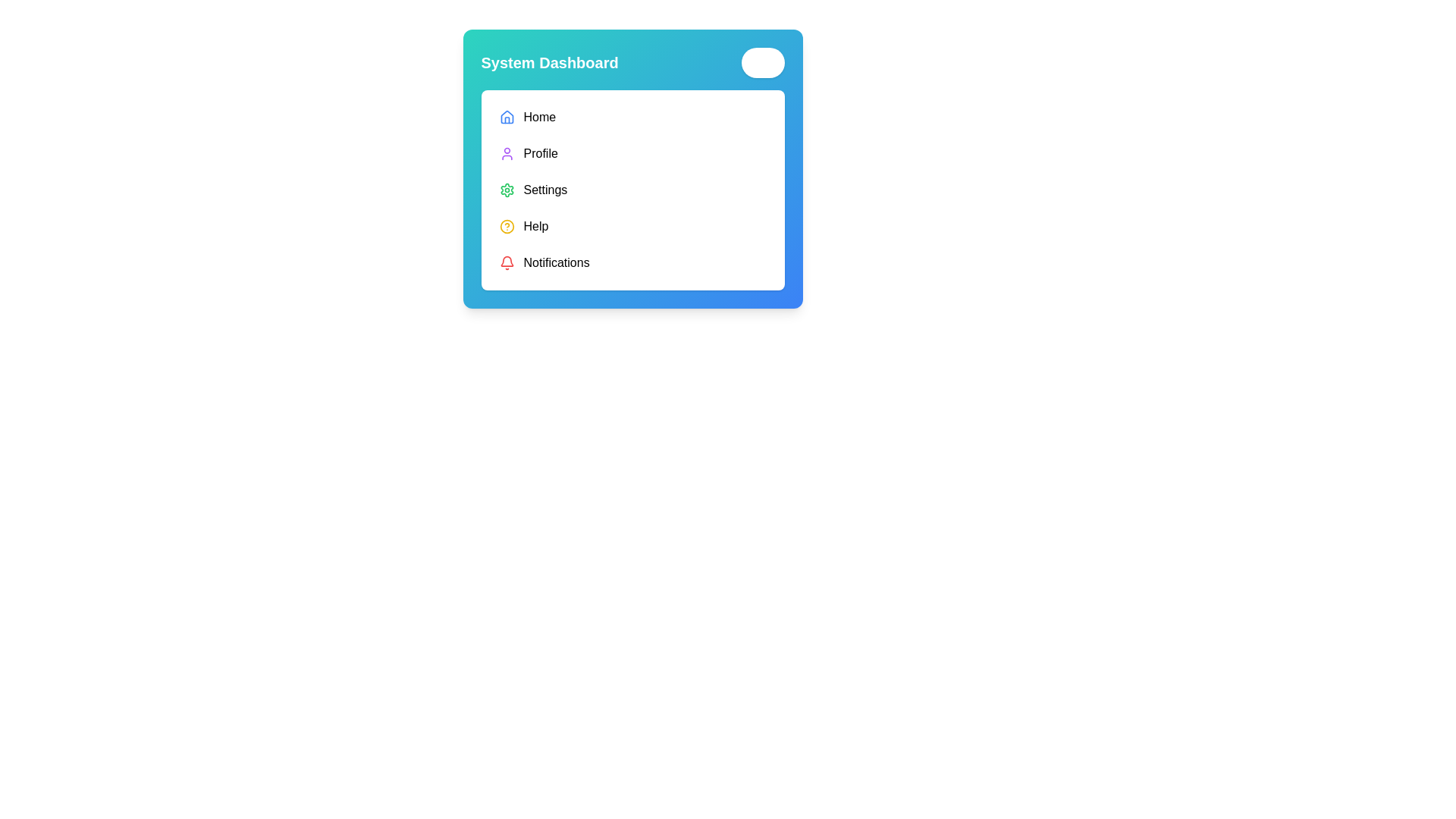 The height and width of the screenshot is (819, 1456). I want to click on the yellow circular 'Help' icon, which serves as a decorative and informational element among other similar icons arranged vertically, so click(507, 227).